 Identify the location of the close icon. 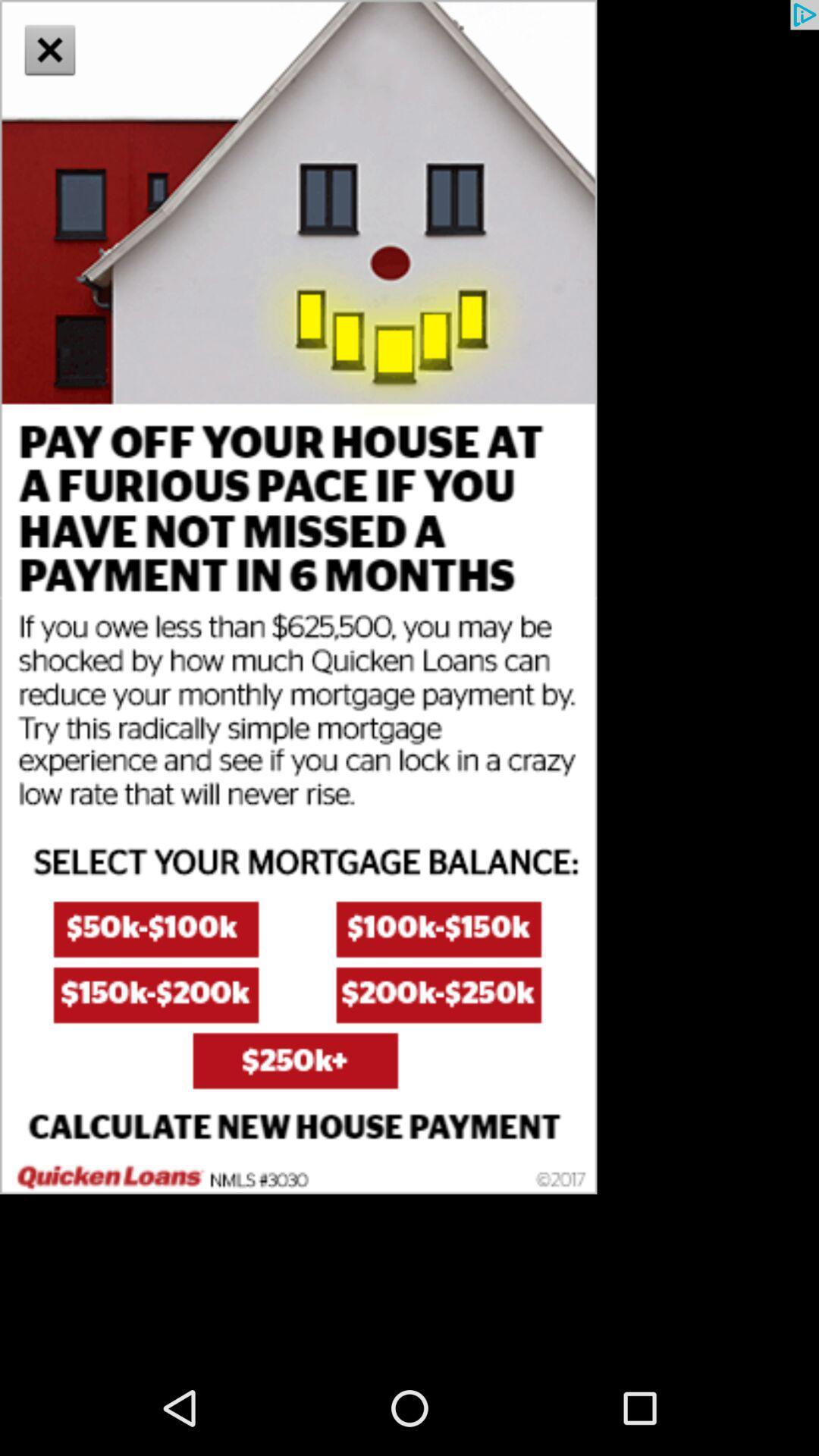
(49, 53).